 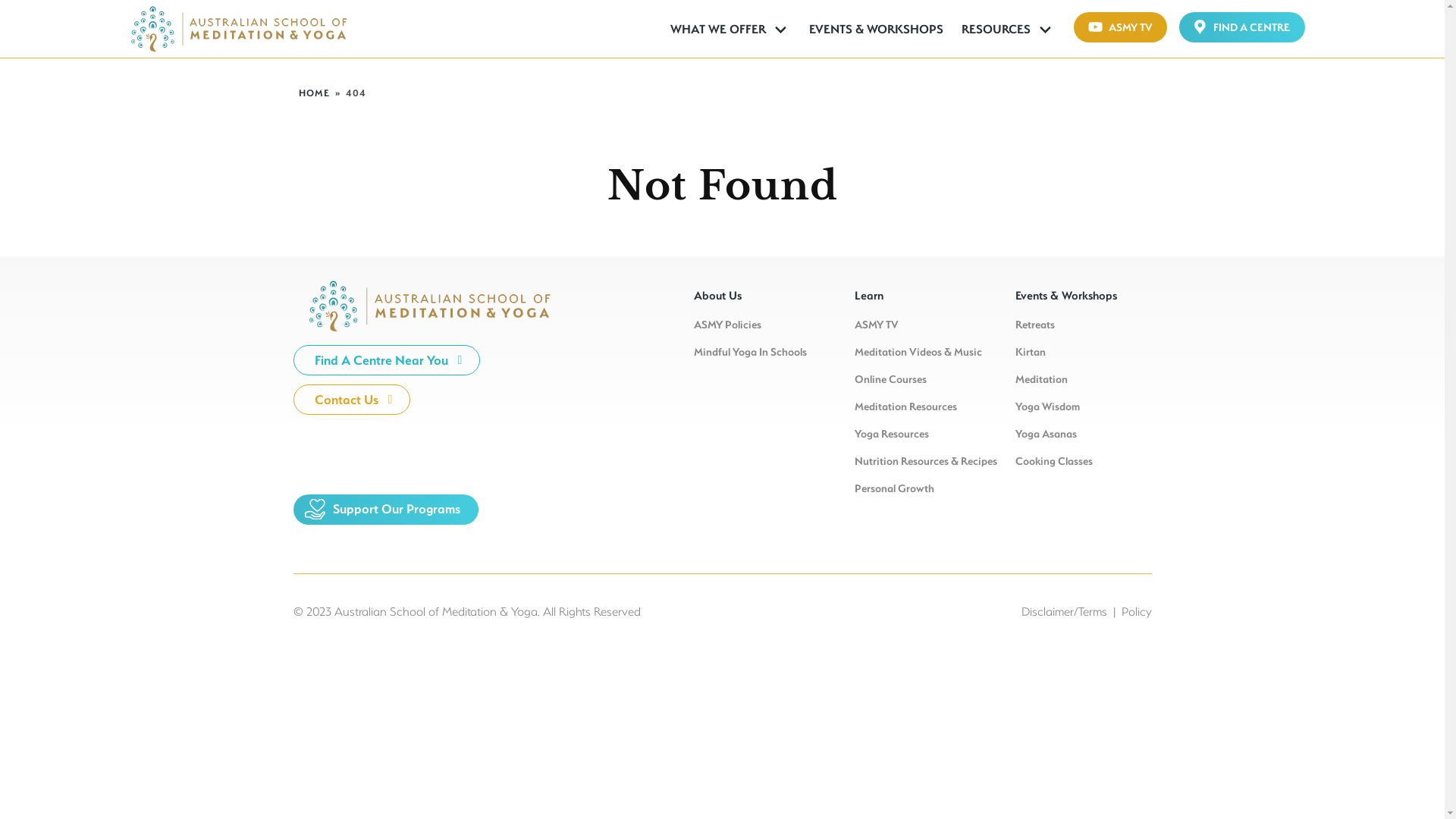 What do you see at coordinates (1052, 460) in the screenshot?
I see `'Cooking Classes'` at bounding box center [1052, 460].